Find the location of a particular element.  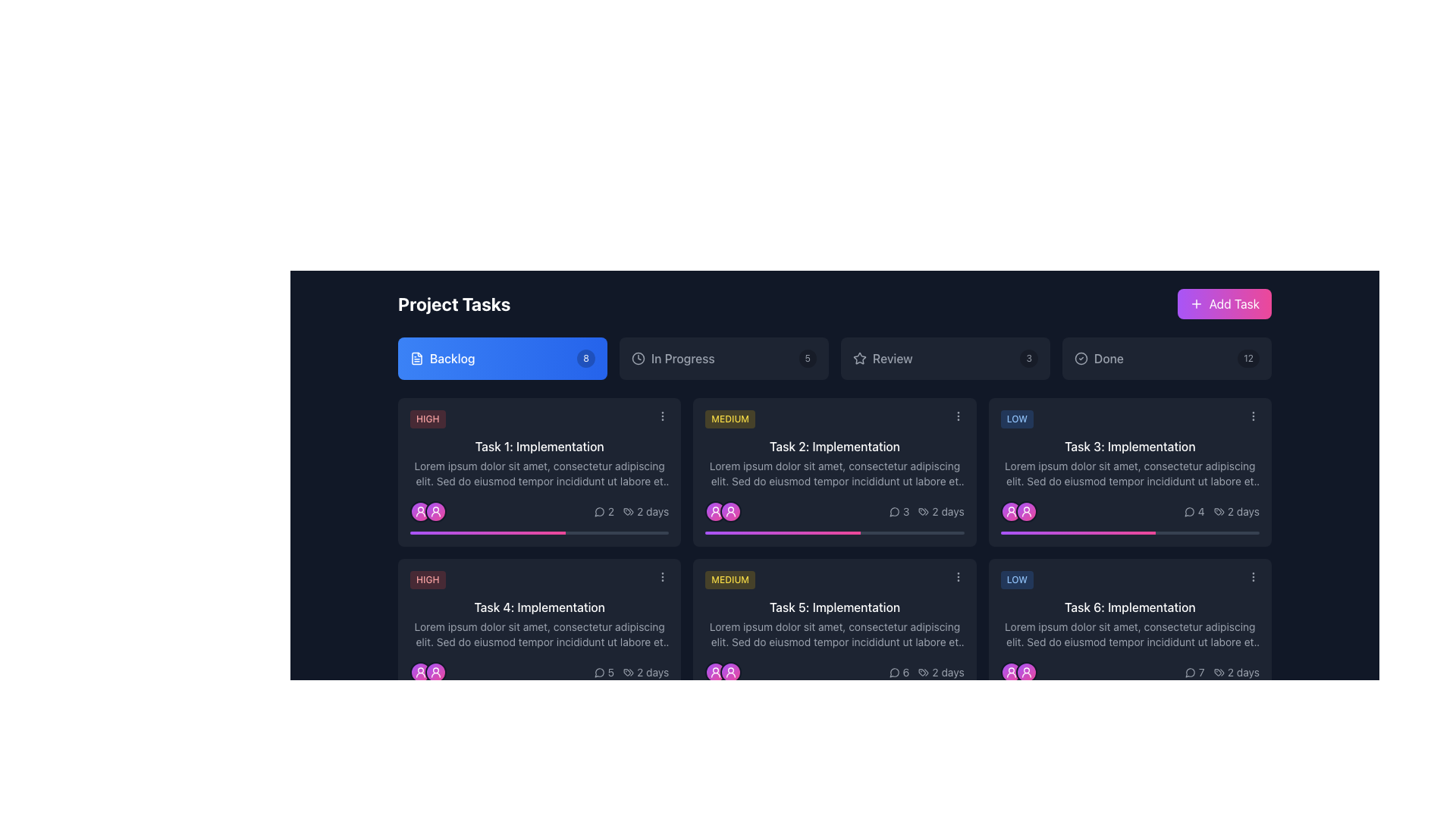

the icon with the numeric label '6' styled in gray, which is positioned within the 'Task 5: Implementation' card, next to the speech bubble icon is located at coordinates (899, 672).